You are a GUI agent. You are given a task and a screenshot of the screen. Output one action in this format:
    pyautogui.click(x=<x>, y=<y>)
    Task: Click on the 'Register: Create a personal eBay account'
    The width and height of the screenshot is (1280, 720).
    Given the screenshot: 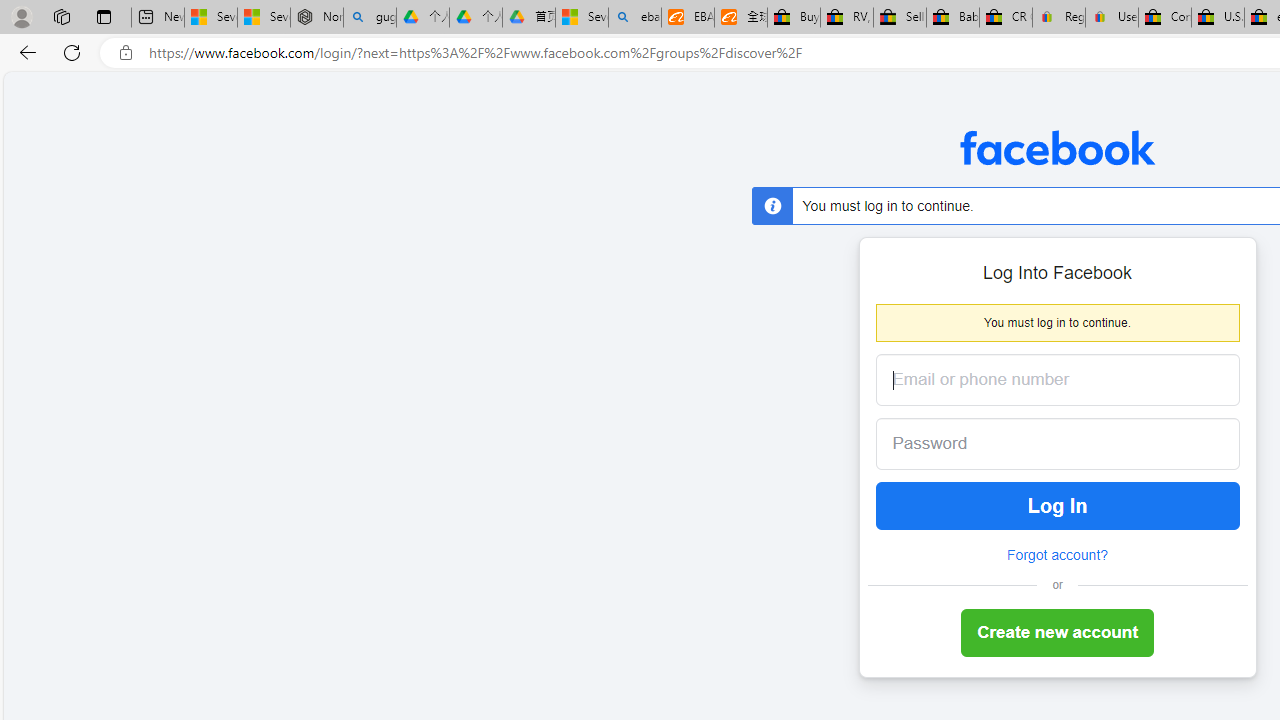 What is the action you would take?
    pyautogui.click(x=1058, y=17)
    